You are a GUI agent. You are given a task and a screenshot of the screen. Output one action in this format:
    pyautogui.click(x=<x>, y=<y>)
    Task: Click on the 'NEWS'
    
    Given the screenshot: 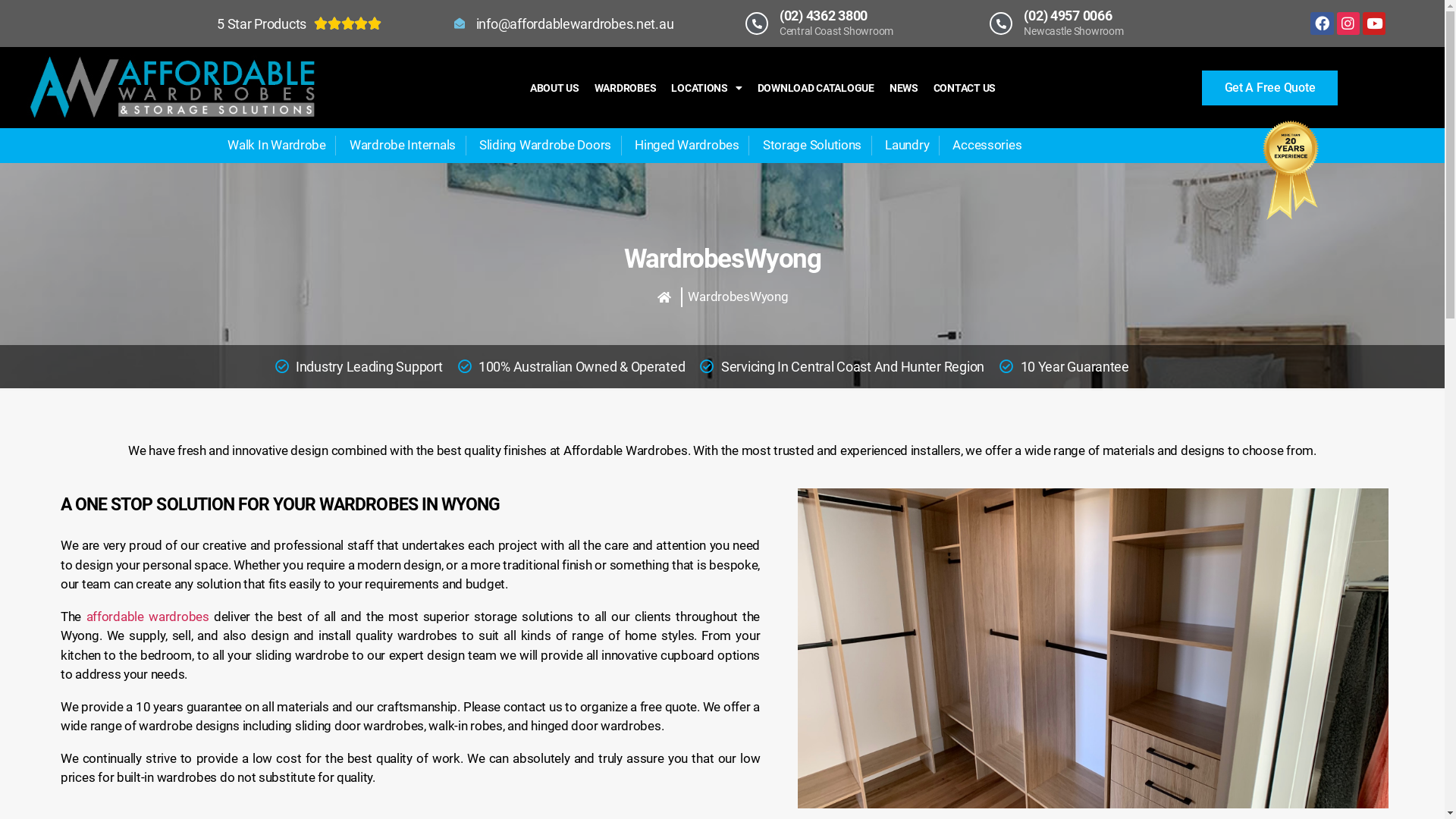 What is the action you would take?
    pyautogui.click(x=903, y=87)
    